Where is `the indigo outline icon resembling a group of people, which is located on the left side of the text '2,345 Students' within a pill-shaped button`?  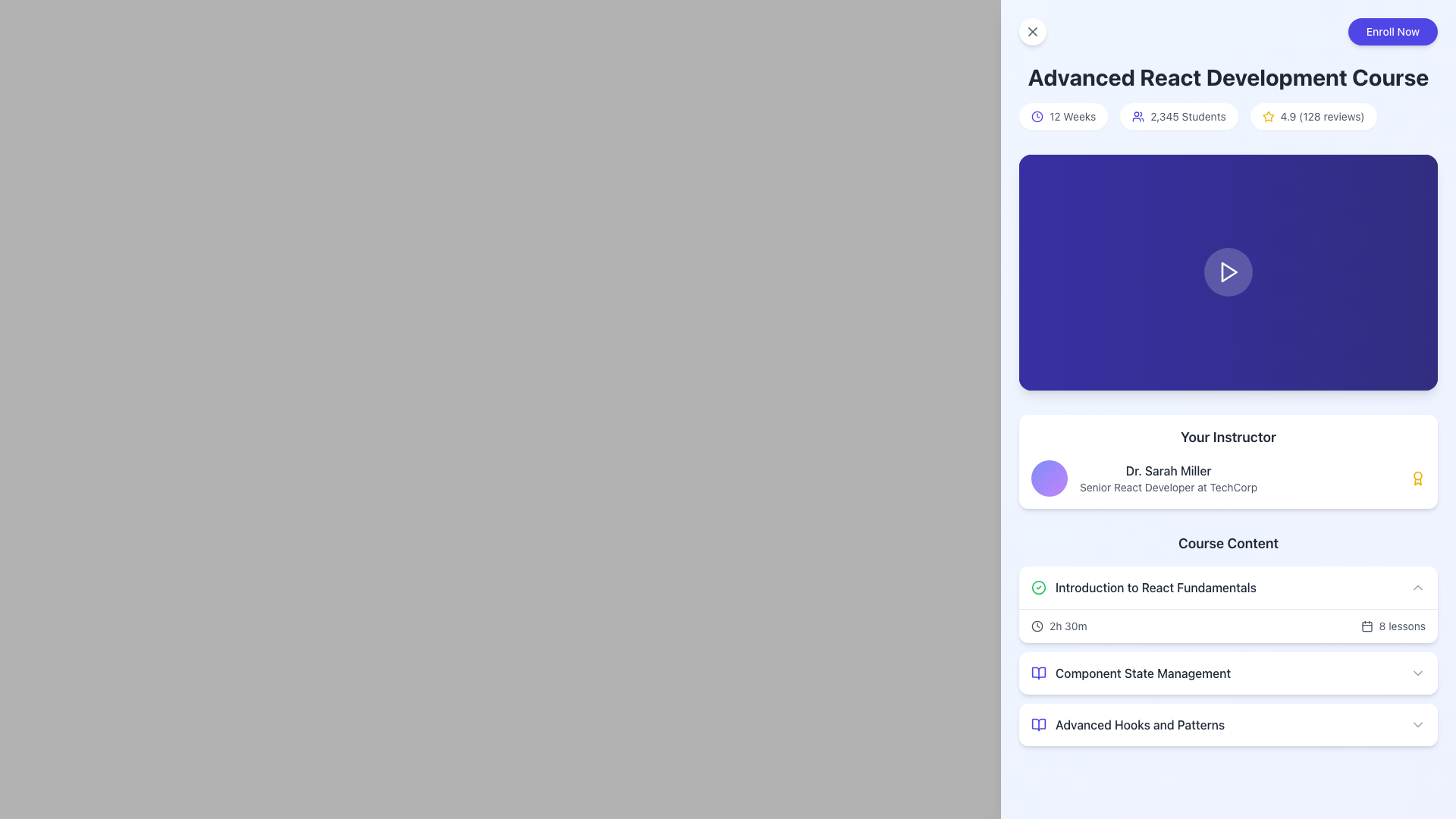
the indigo outline icon resembling a group of people, which is located on the left side of the text '2,345 Students' within a pill-shaped button is located at coordinates (1138, 116).